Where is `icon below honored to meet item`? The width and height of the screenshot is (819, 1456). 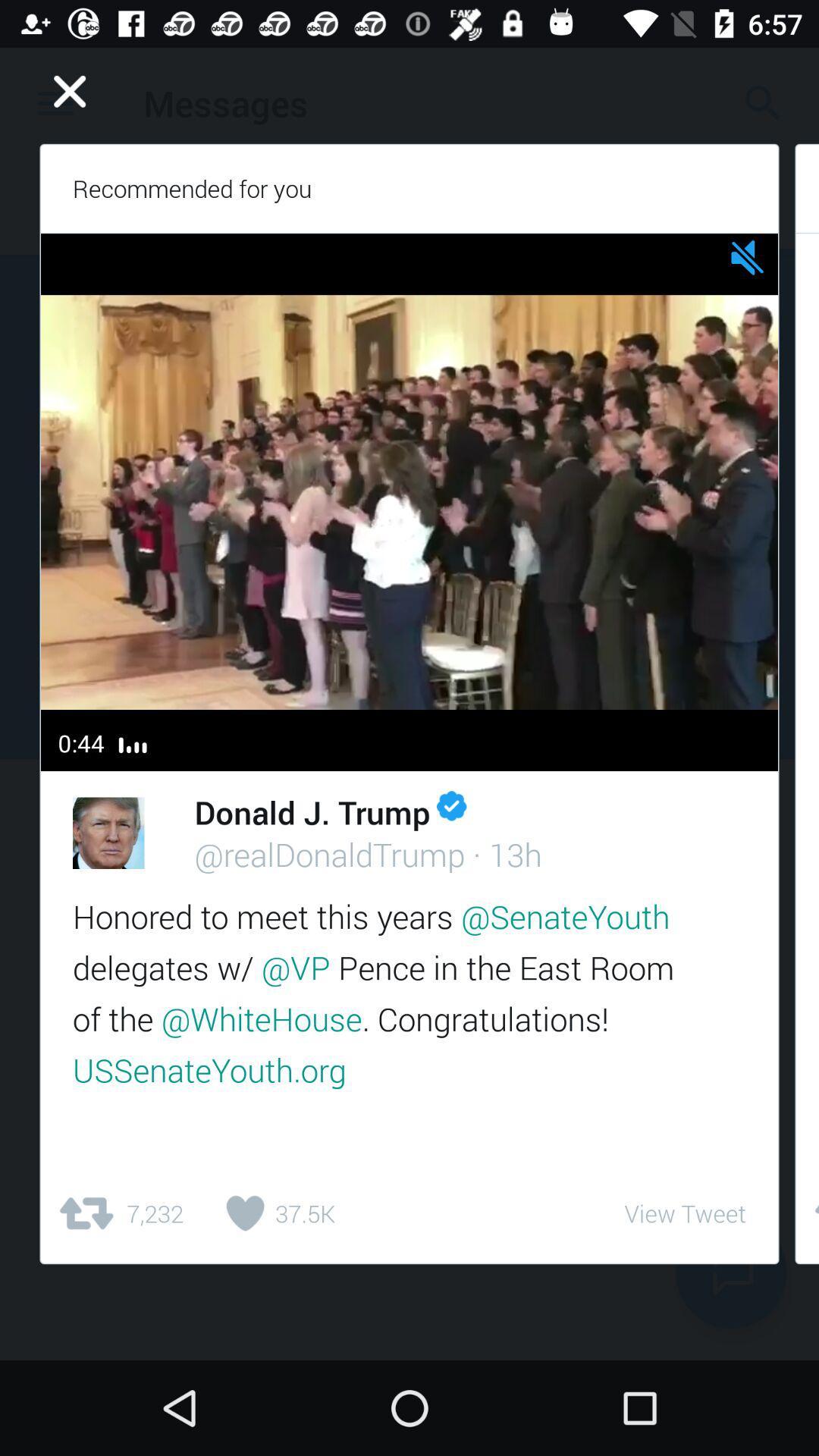
icon below honored to meet item is located at coordinates (119, 1213).